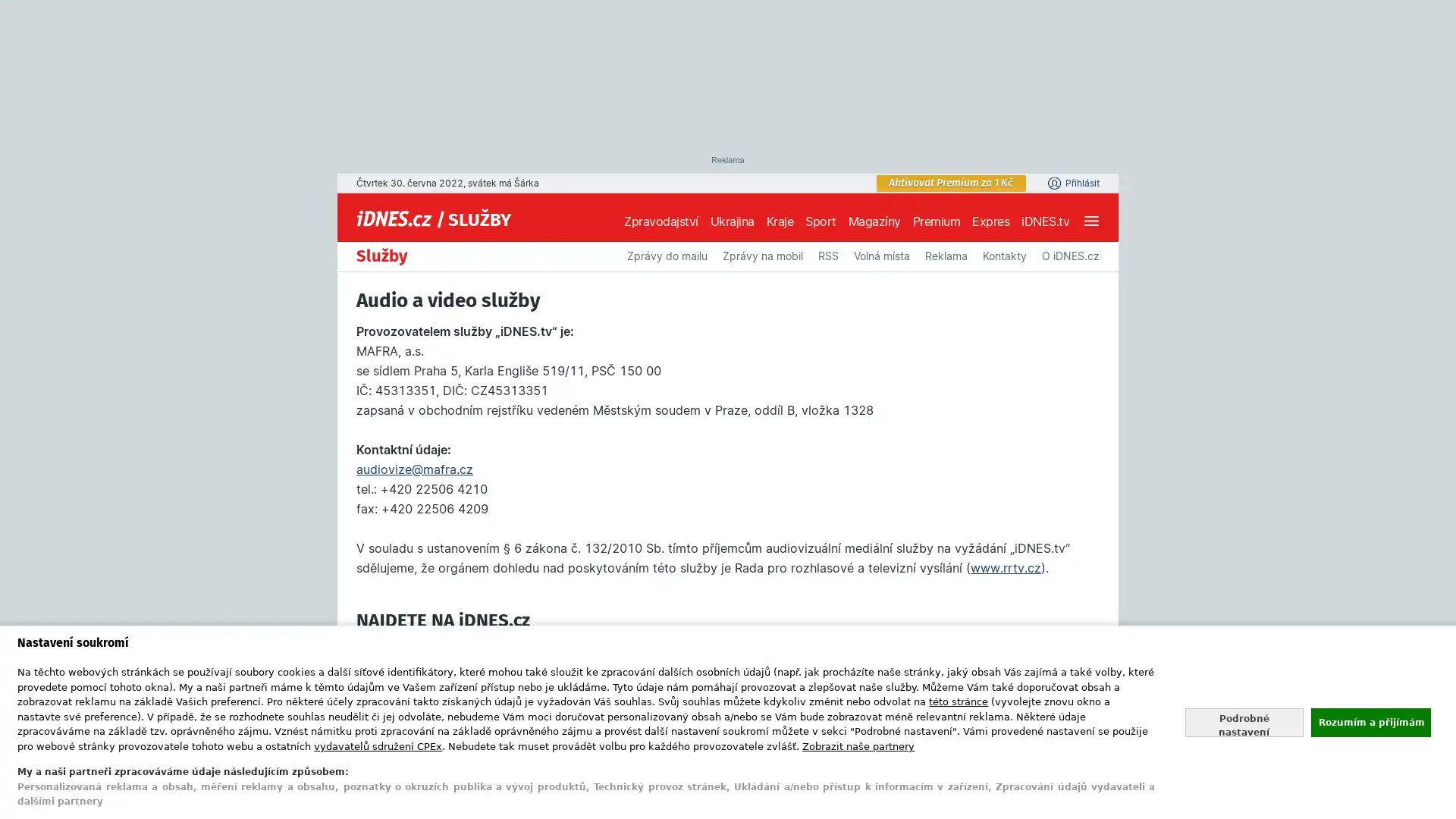 The height and width of the screenshot is (819, 1456). What do you see at coordinates (858, 745) in the screenshot?
I see `Zobrazit nase partnery` at bounding box center [858, 745].